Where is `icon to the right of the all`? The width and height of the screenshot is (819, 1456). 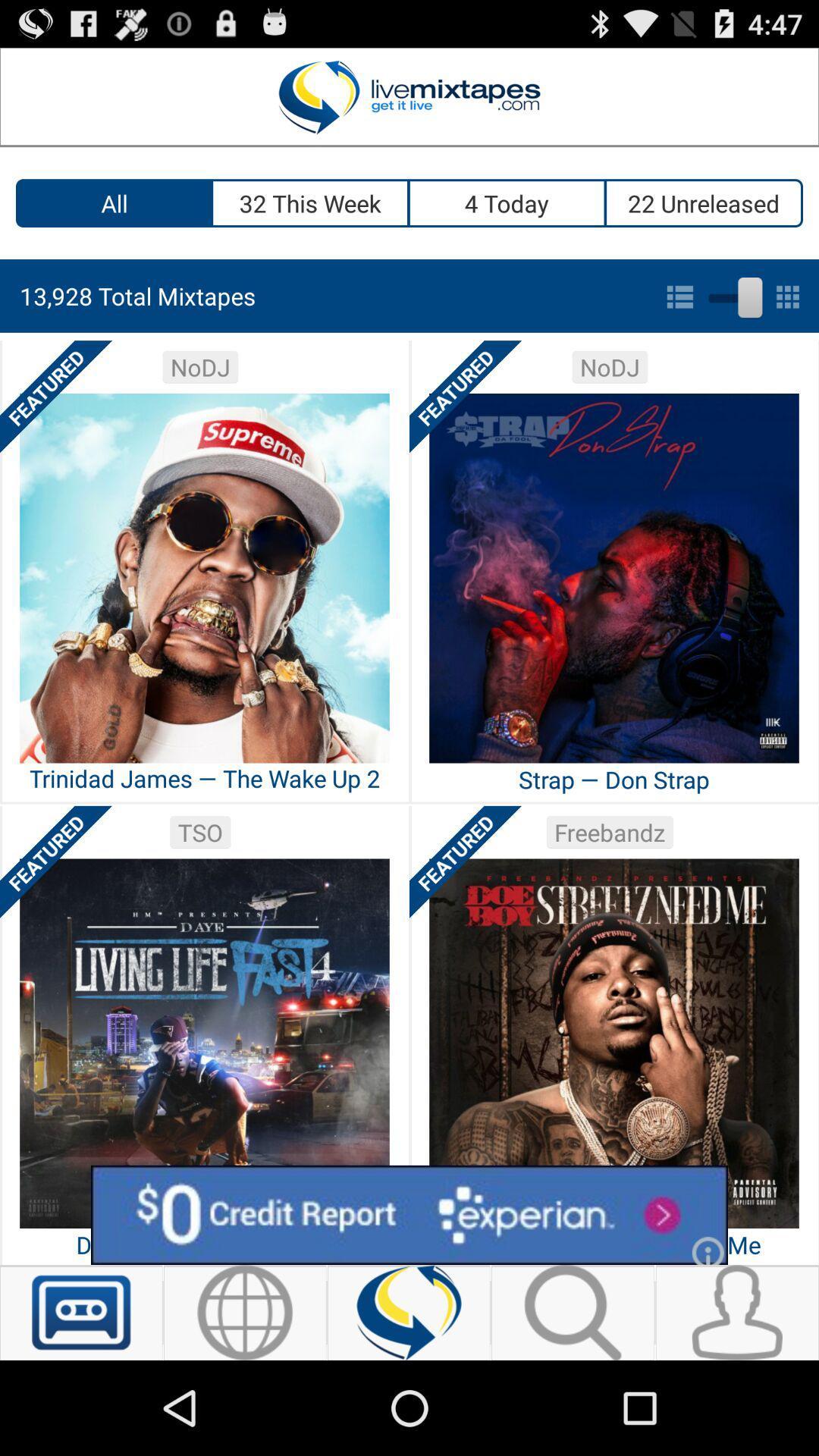
icon to the right of the all is located at coordinates (310, 202).